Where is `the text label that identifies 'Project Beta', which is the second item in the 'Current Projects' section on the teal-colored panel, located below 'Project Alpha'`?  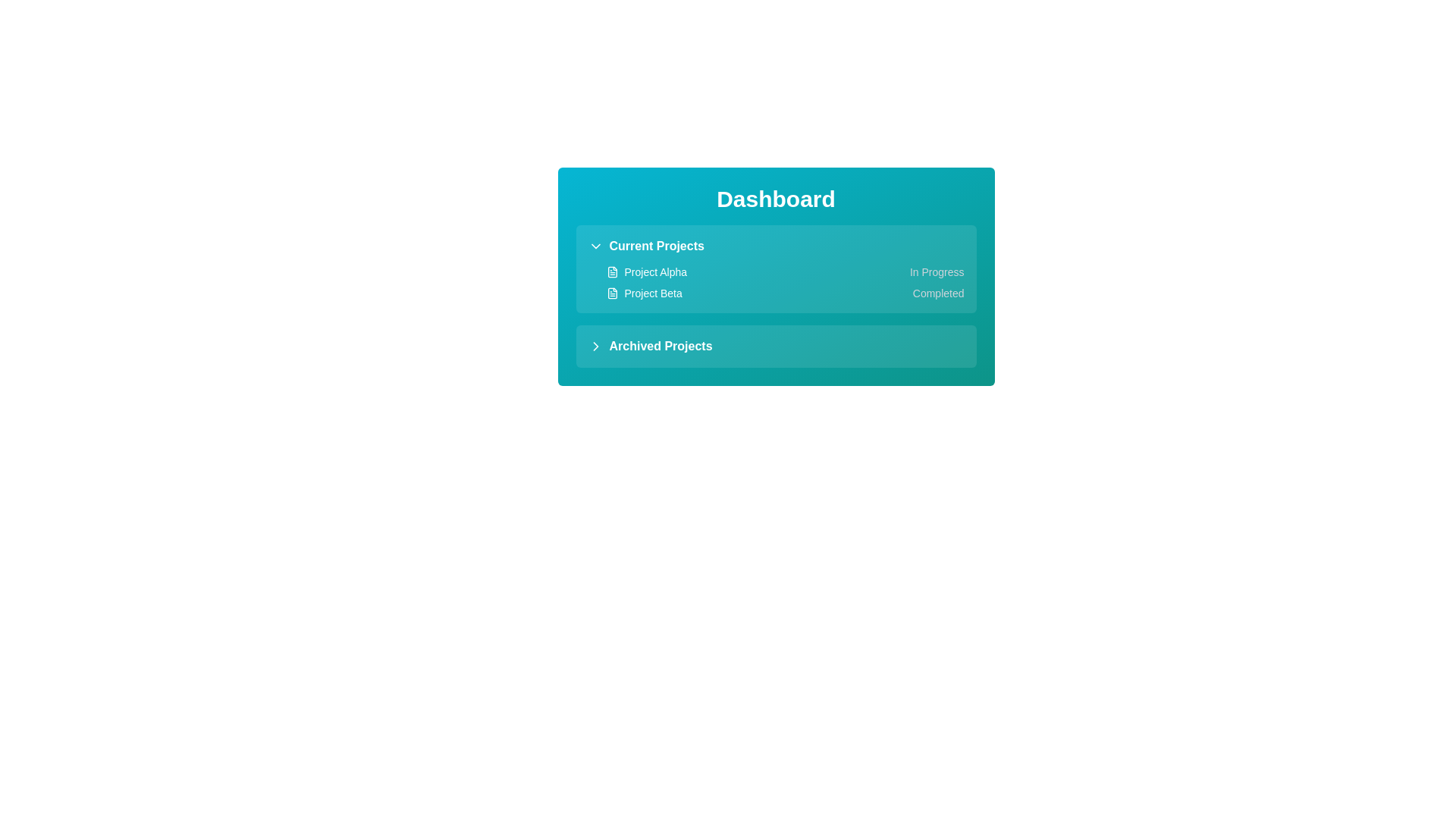
the text label that identifies 'Project Beta', which is the second item in the 'Current Projects' section on the teal-colored panel, located below 'Project Alpha' is located at coordinates (653, 293).